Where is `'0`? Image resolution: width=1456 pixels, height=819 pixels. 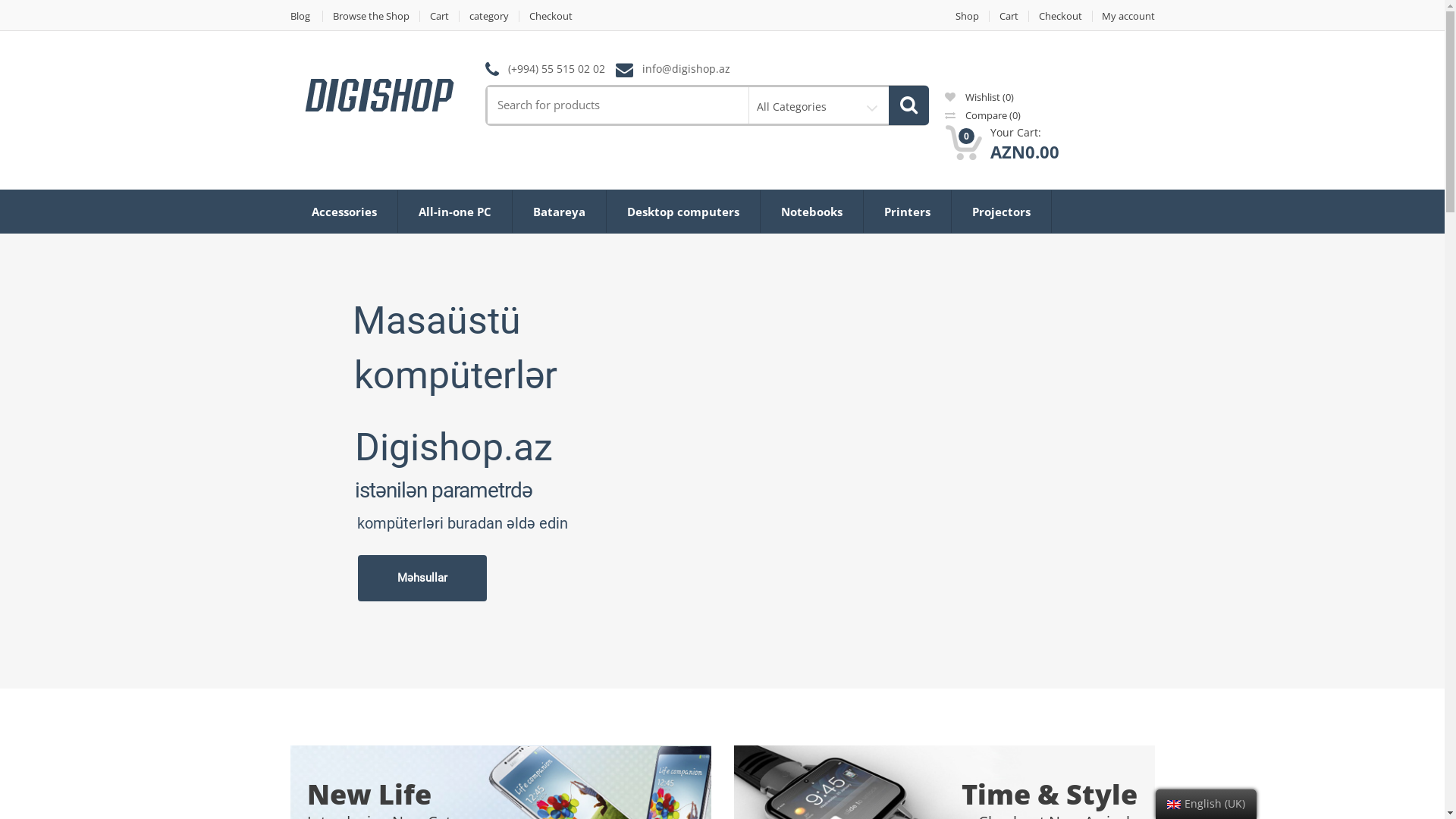
'0 is located at coordinates (944, 143).